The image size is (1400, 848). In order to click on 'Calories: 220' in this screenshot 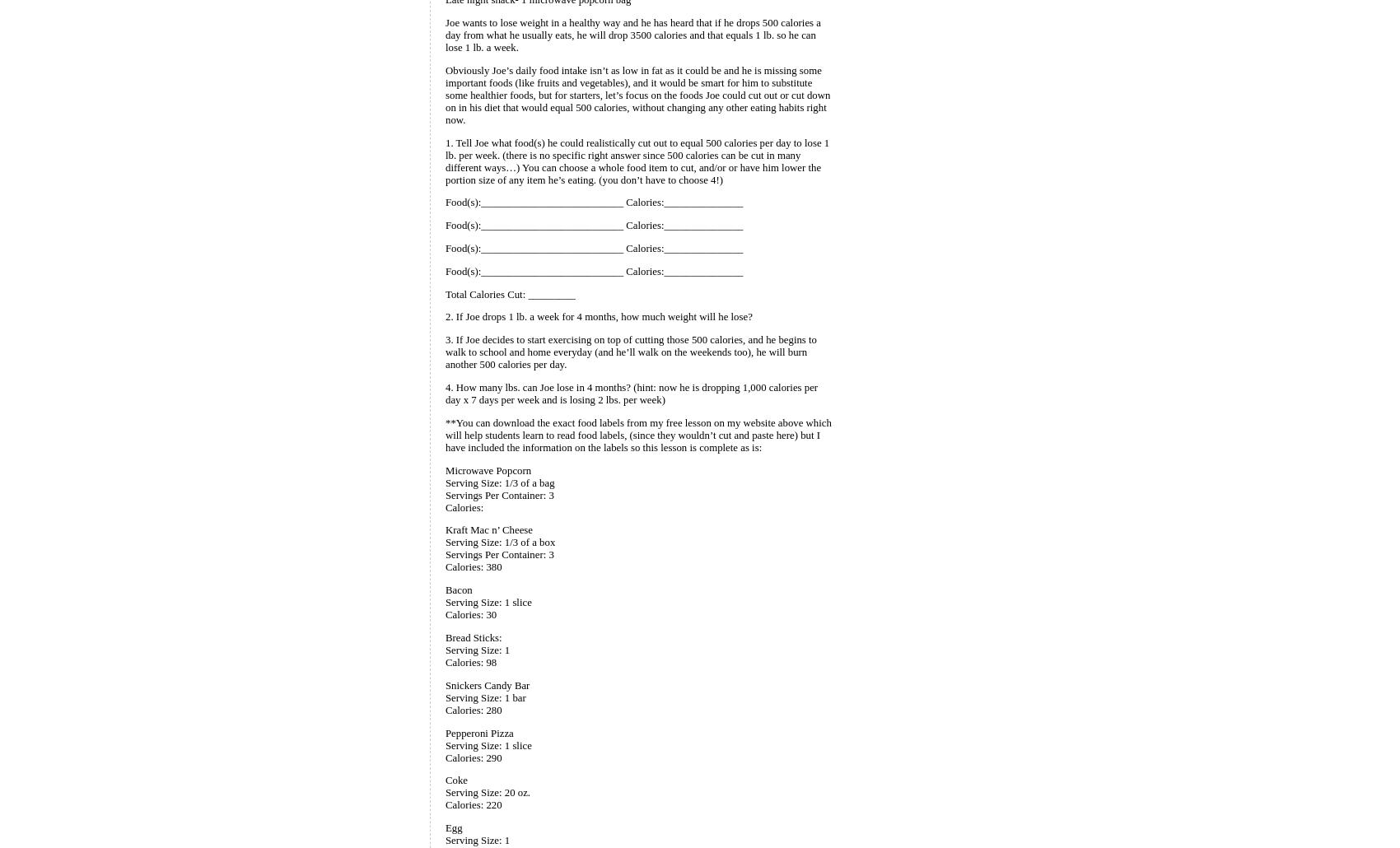, I will do `click(472, 804)`.